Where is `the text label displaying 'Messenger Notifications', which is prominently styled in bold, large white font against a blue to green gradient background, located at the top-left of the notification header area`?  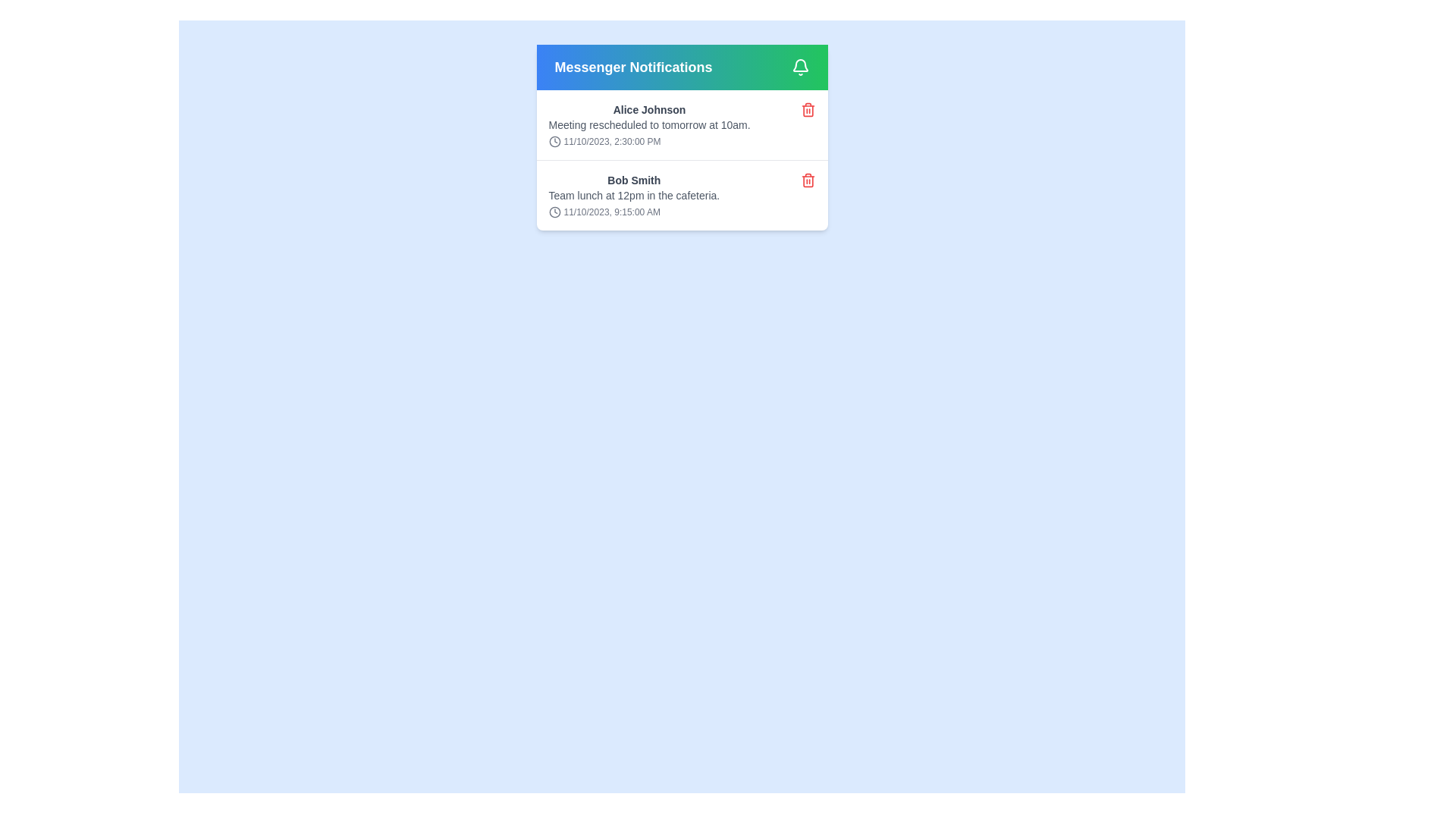
the text label displaying 'Messenger Notifications', which is prominently styled in bold, large white font against a blue to green gradient background, located at the top-left of the notification header area is located at coordinates (633, 66).